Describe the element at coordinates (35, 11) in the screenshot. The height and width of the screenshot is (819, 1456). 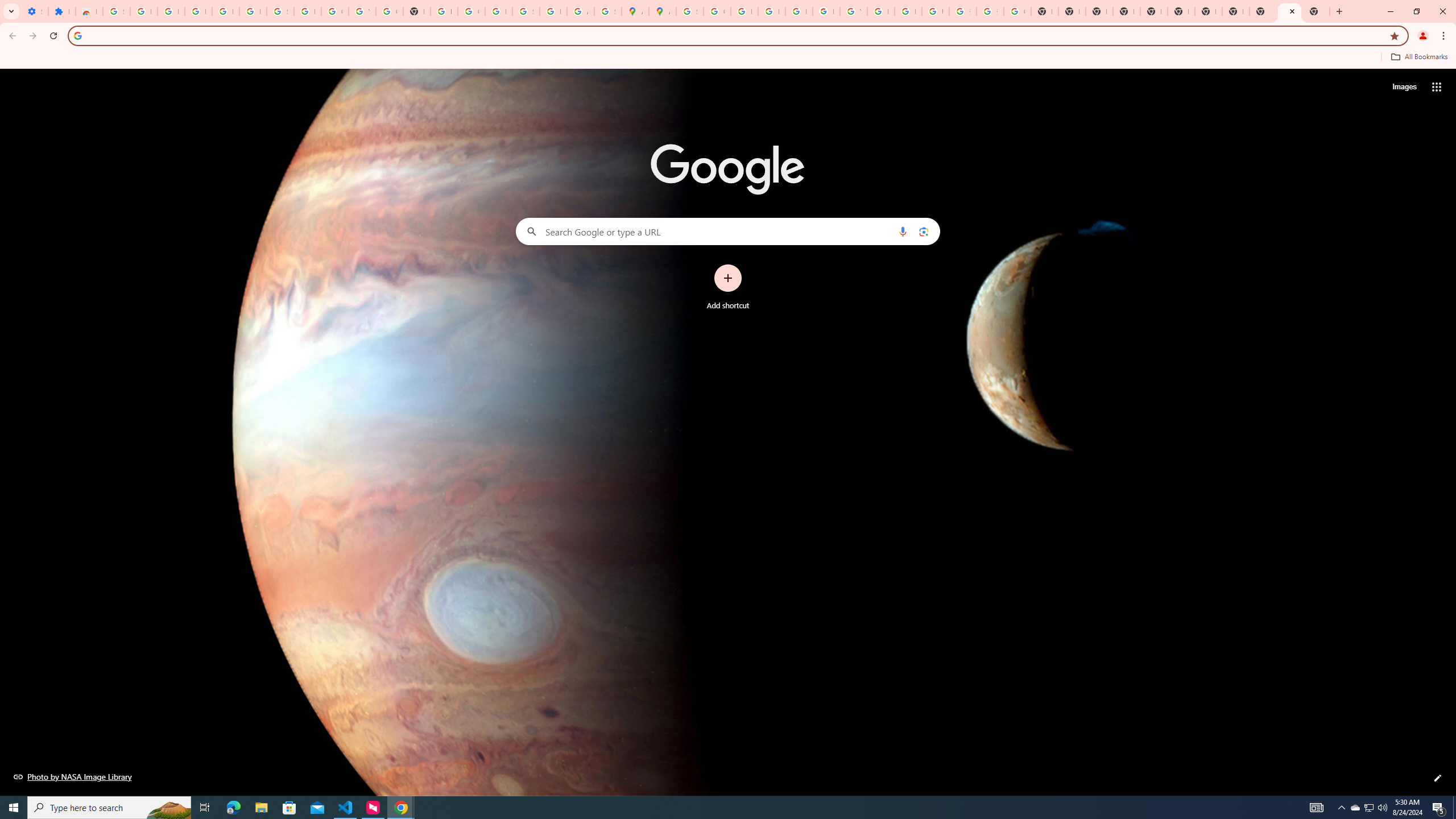
I see `'Settings - On startup'` at that location.